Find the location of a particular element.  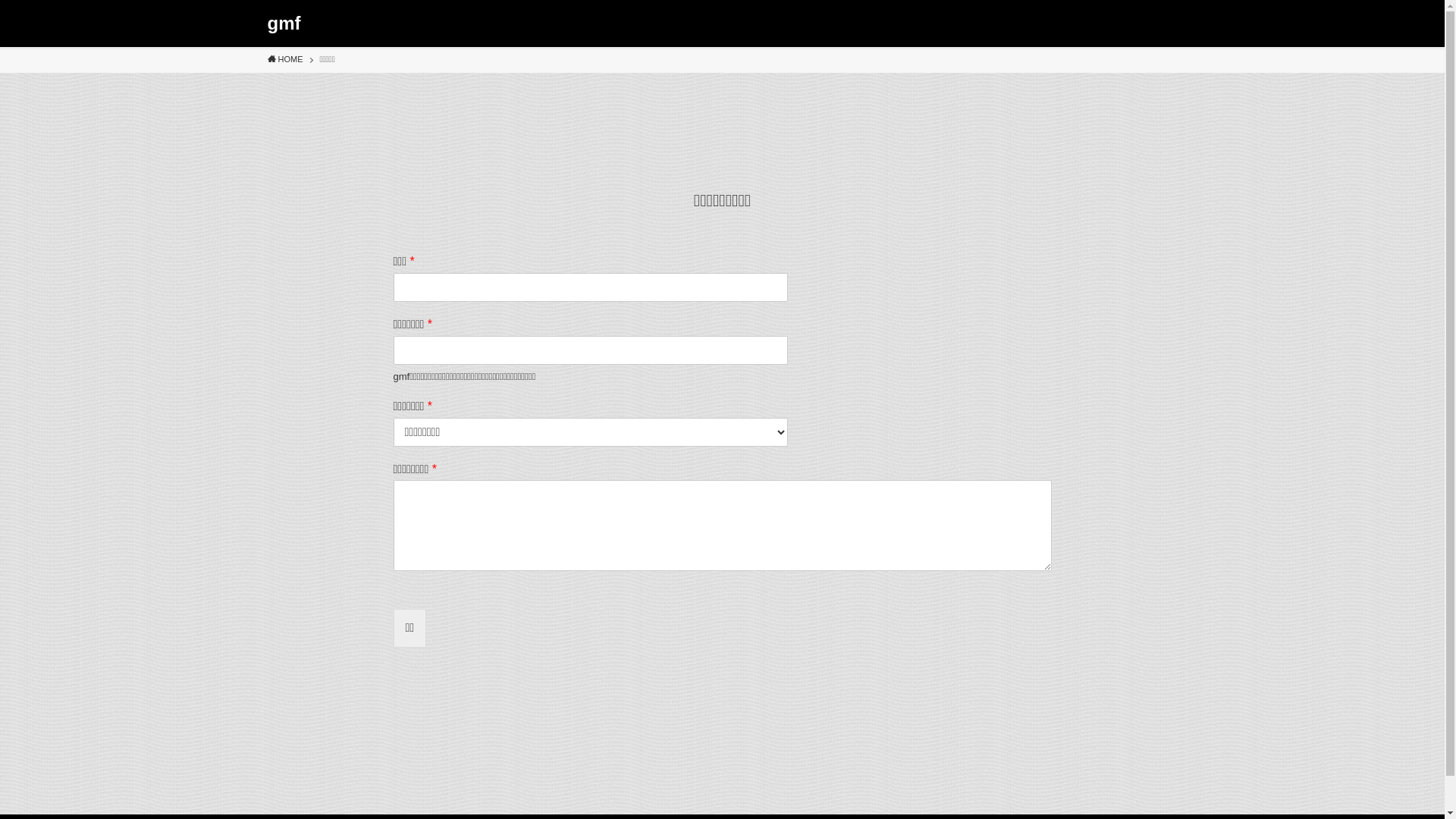

'search' is located at coordinates (906, 421).